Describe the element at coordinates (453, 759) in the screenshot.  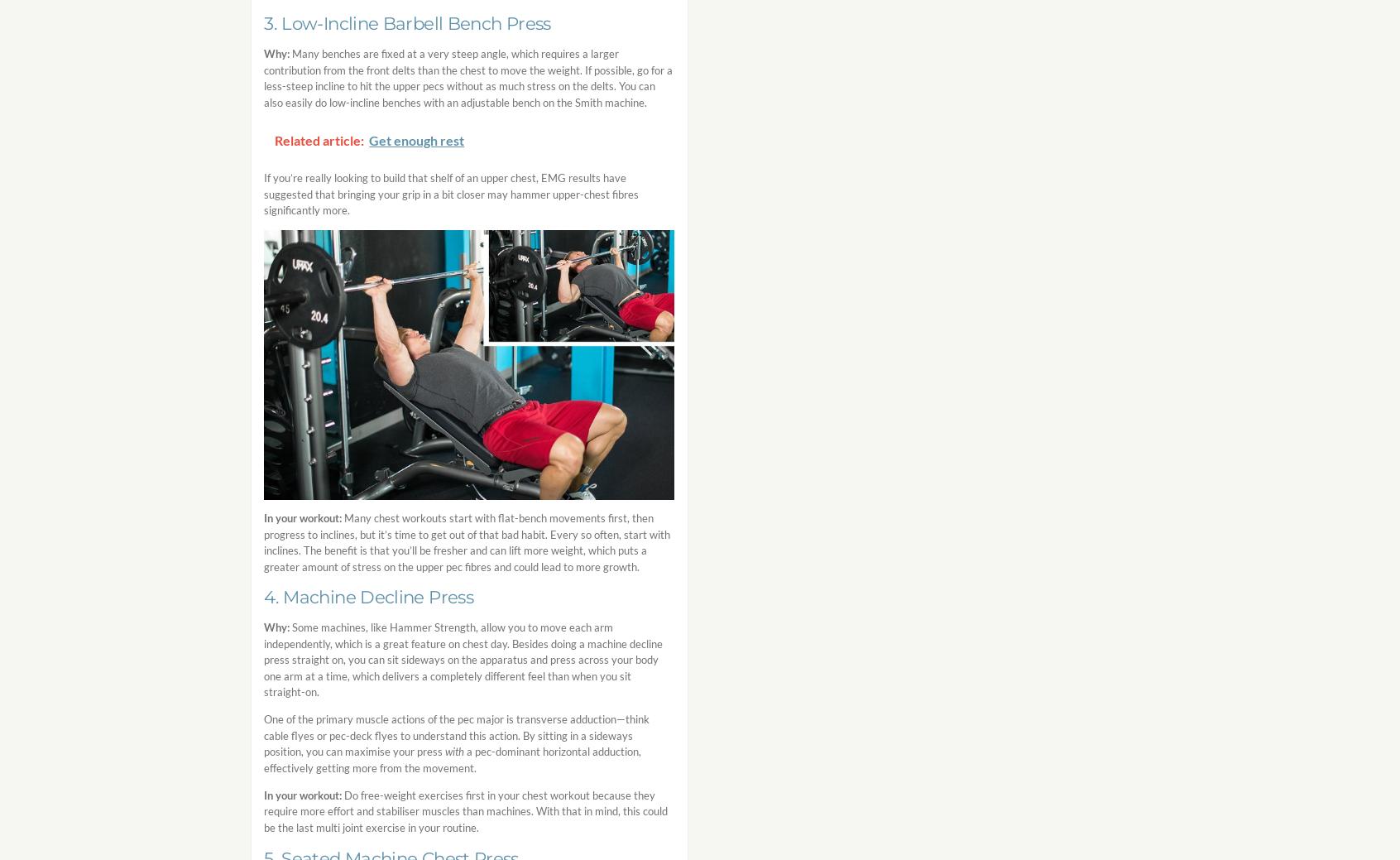
I see `'a pec-dominant horizontal adduction, effectively getting more from the movement.'` at that location.